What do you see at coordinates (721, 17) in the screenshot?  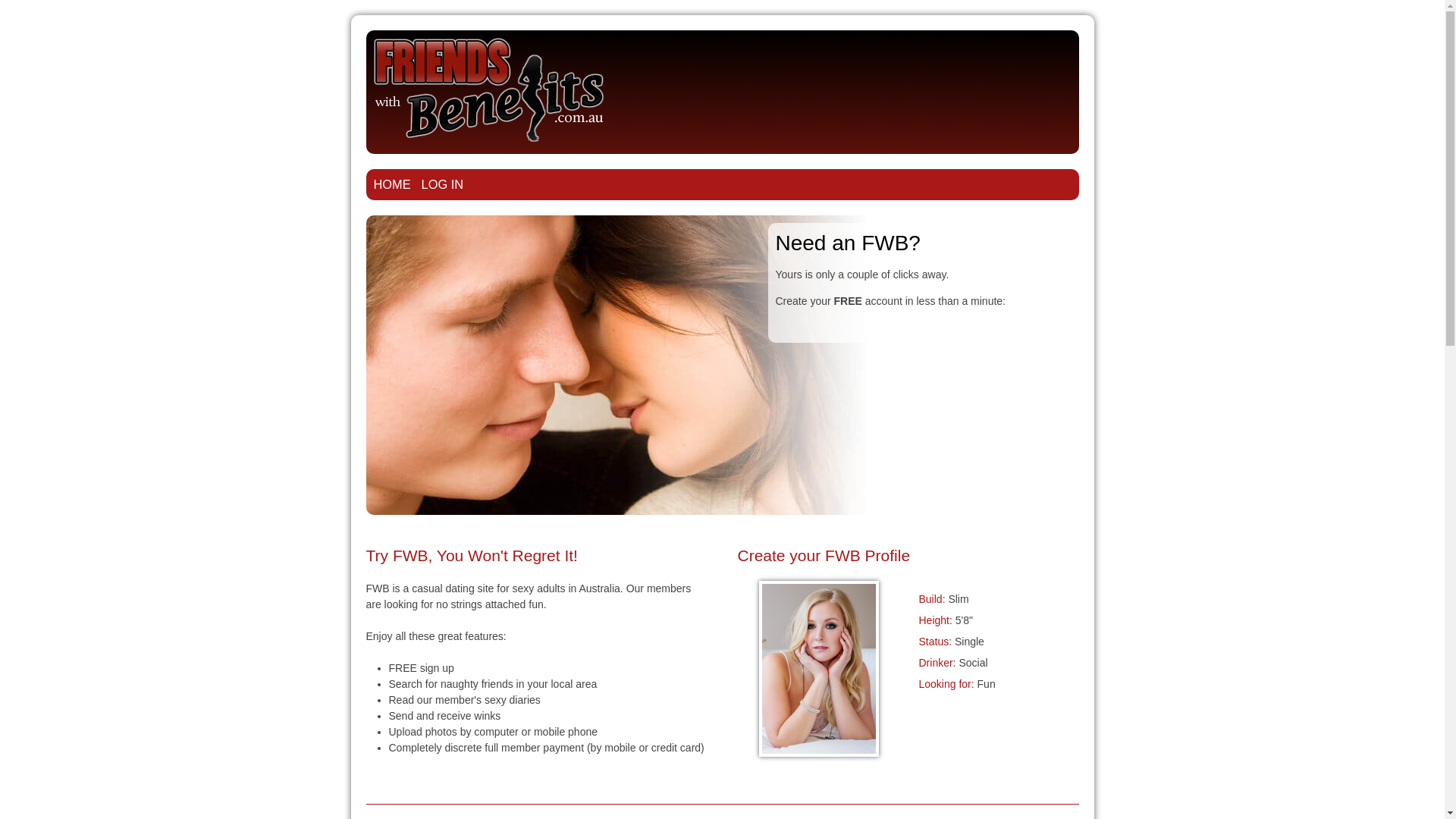 I see `'Jump to navigation'` at bounding box center [721, 17].